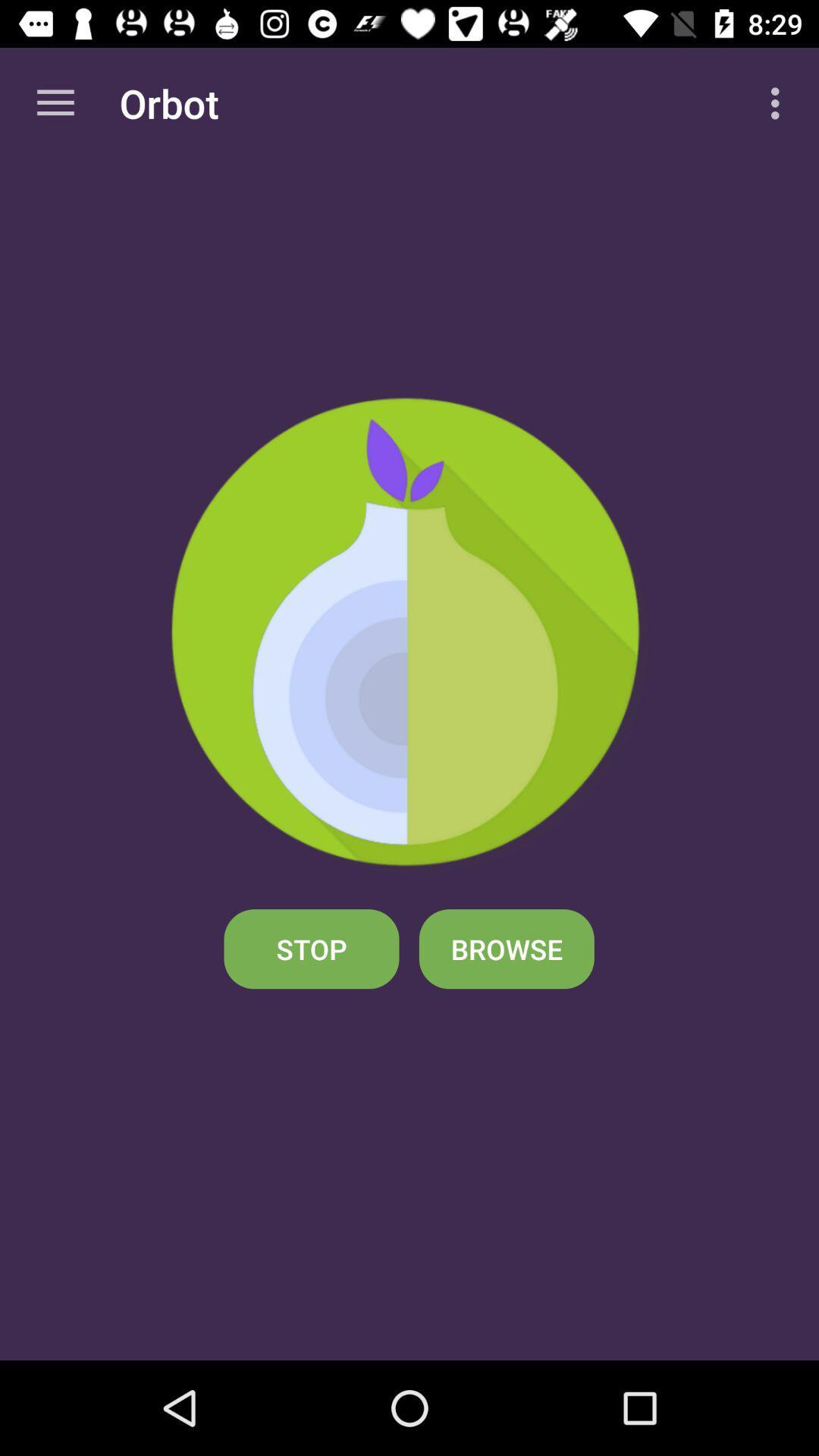  What do you see at coordinates (55, 102) in the screenshot?
I see `the app next to the orbot app` at bounding box center [55, 102].